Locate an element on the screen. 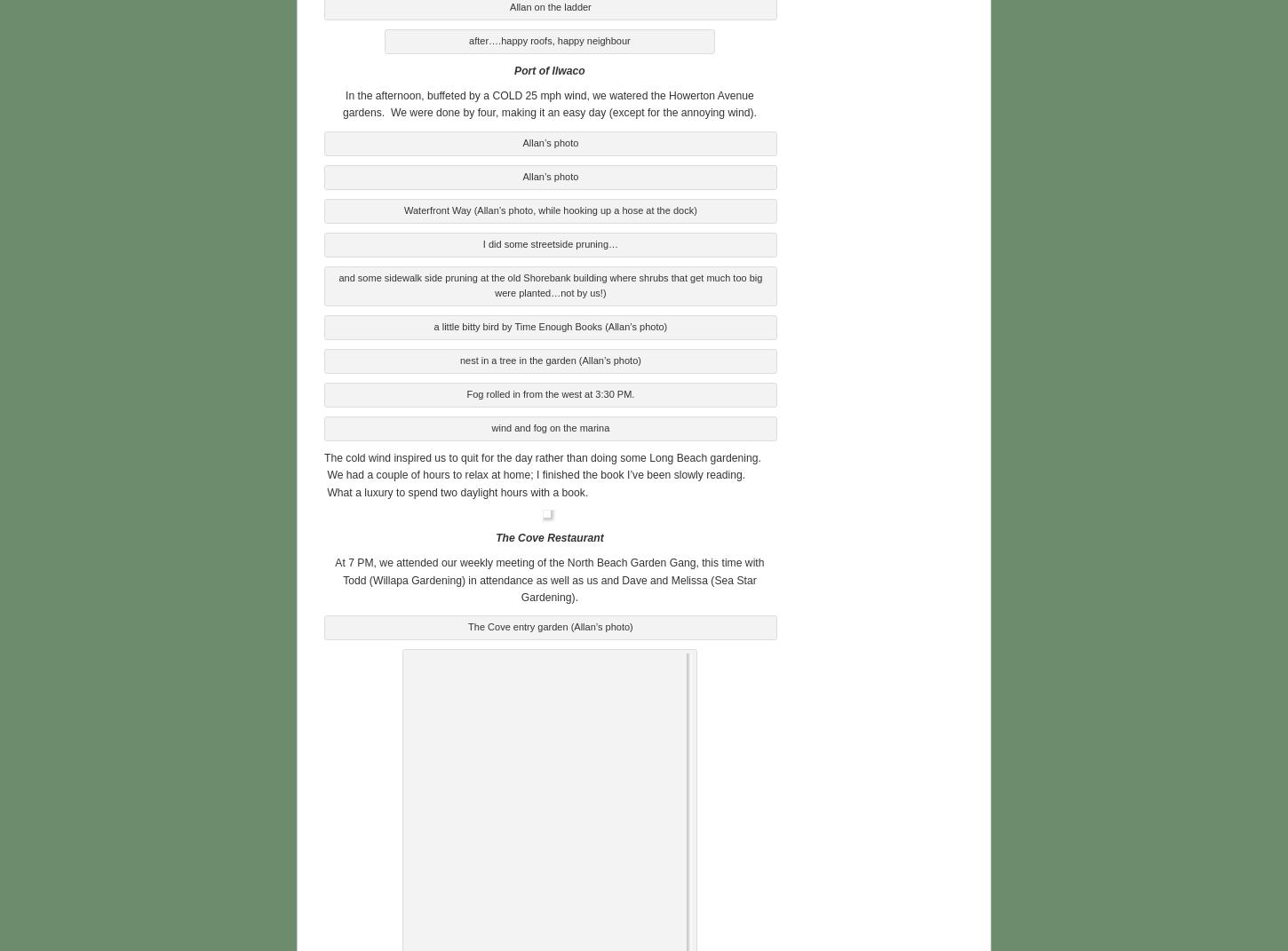 This screenshot has width=1288, height=951. 'Port of Ilwaco' is located at coordinates (548, 67).